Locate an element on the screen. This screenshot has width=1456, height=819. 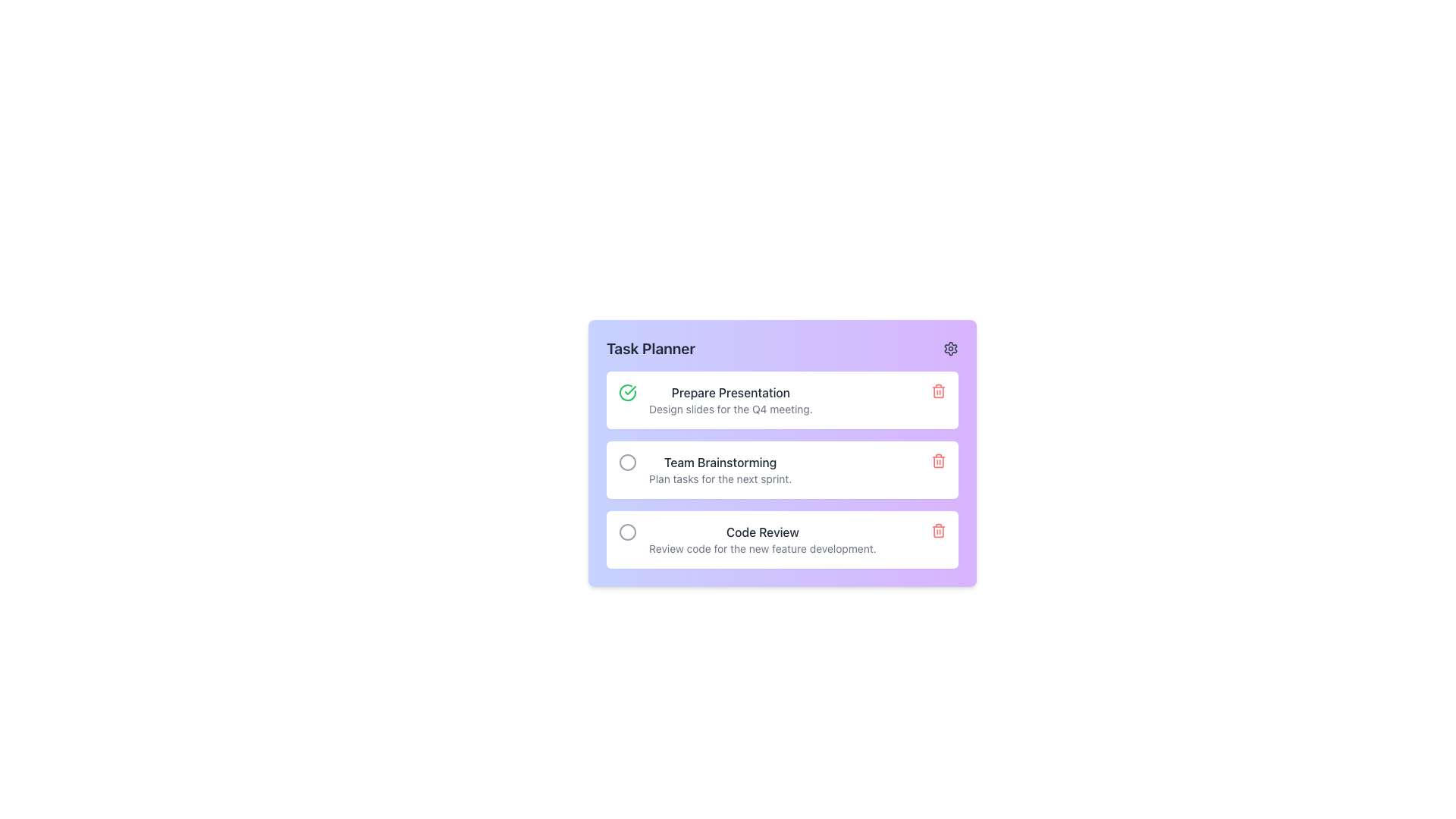
the red trash can icon button located in the top-right corner of the 'Team Brainstorming' card is located at coordinates (938, 460).